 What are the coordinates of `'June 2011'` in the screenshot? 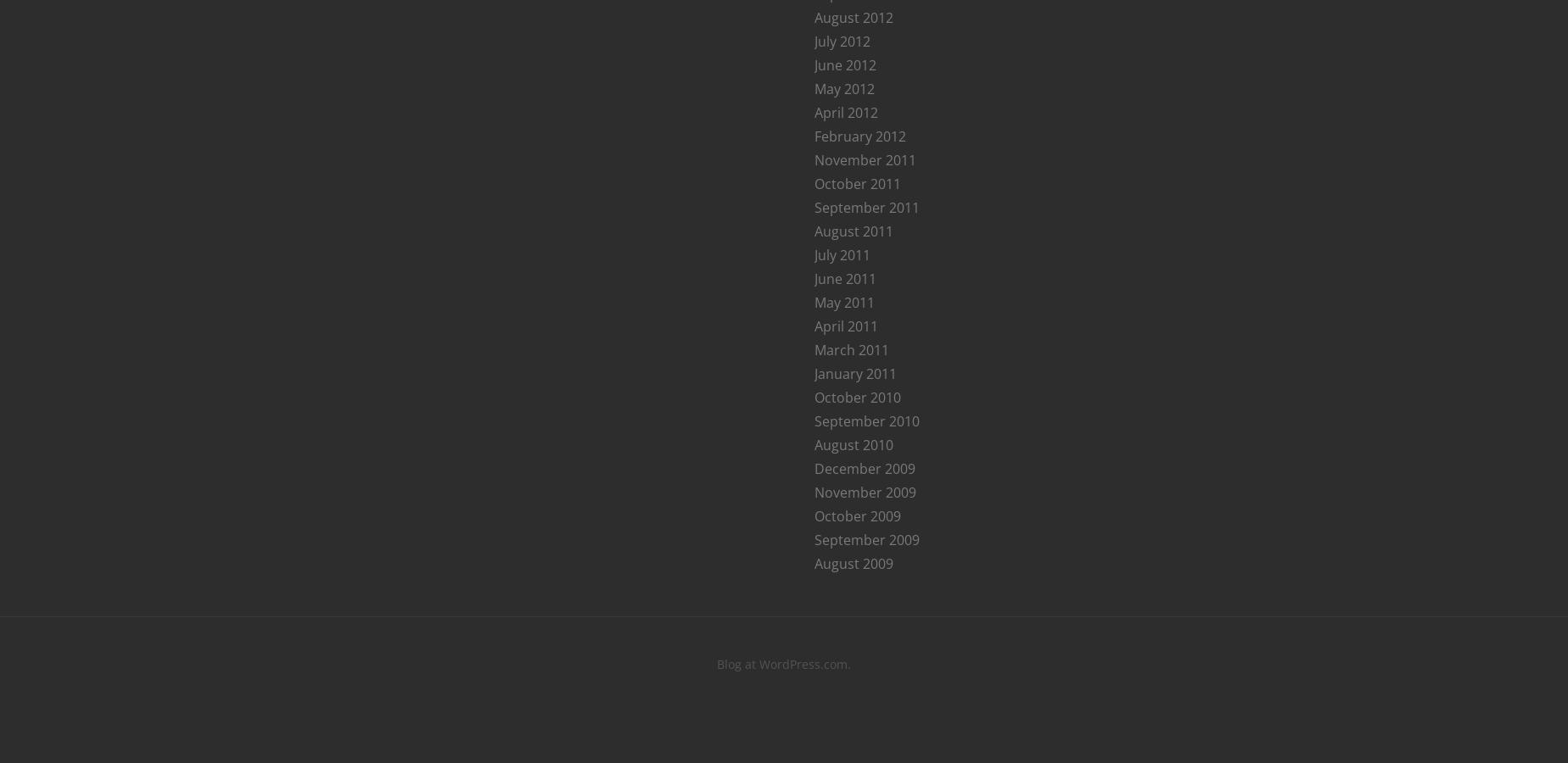 It's located at (844, 276).